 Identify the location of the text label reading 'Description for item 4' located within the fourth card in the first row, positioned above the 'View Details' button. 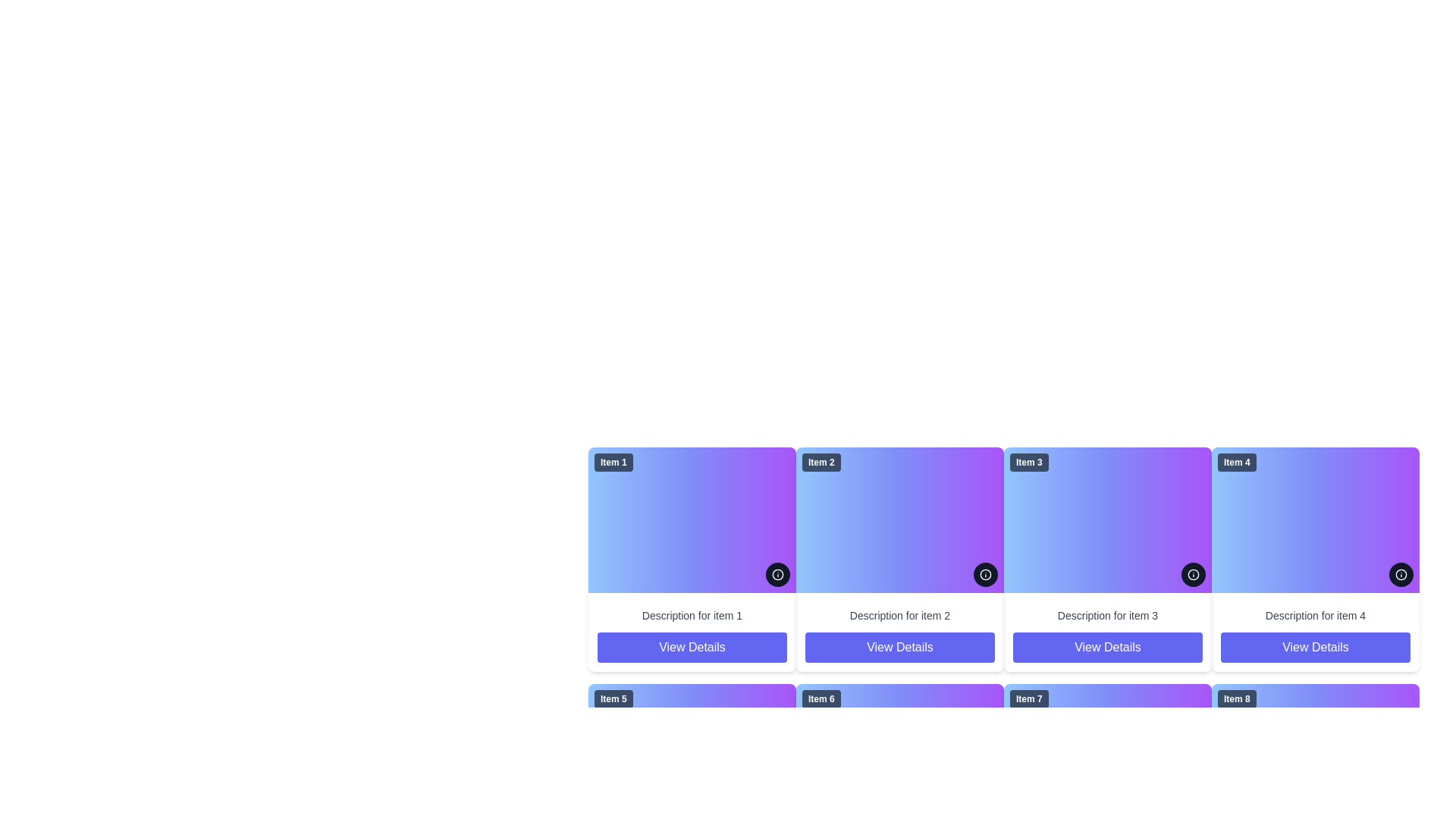
(1314, 616).